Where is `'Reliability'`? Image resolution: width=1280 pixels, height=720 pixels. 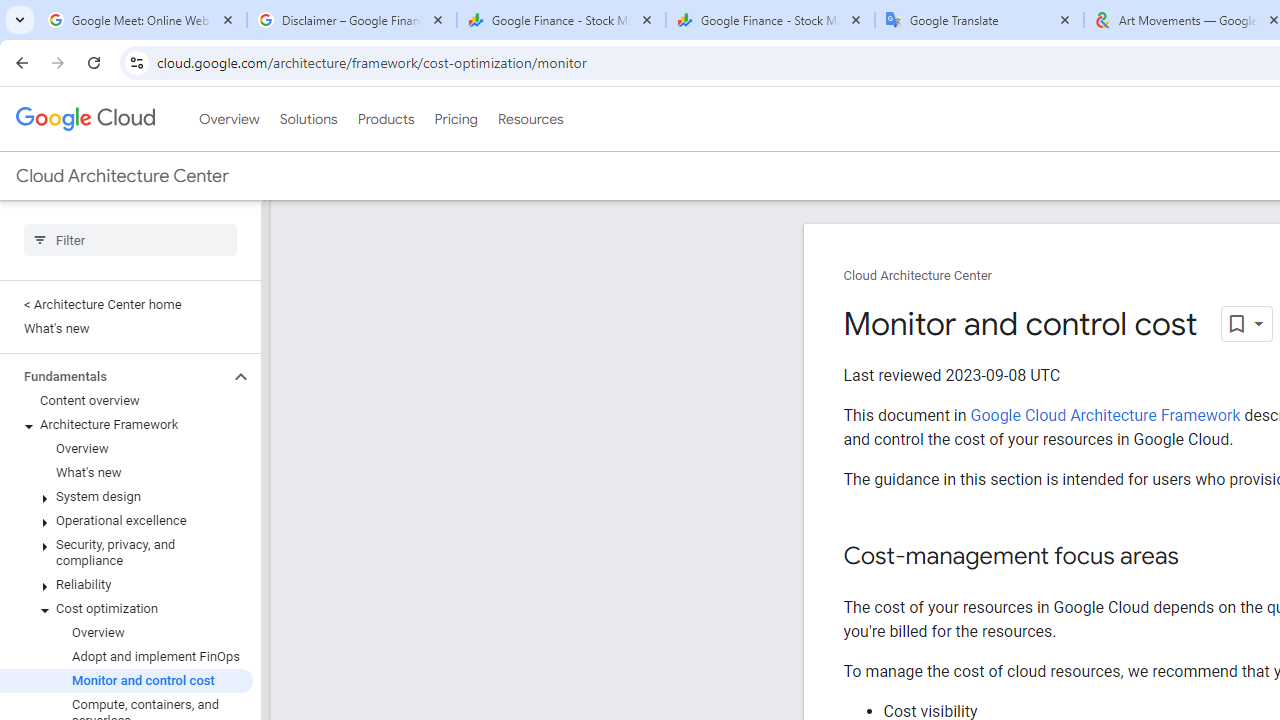
'Reliability' is located at coordinates (125, 585).